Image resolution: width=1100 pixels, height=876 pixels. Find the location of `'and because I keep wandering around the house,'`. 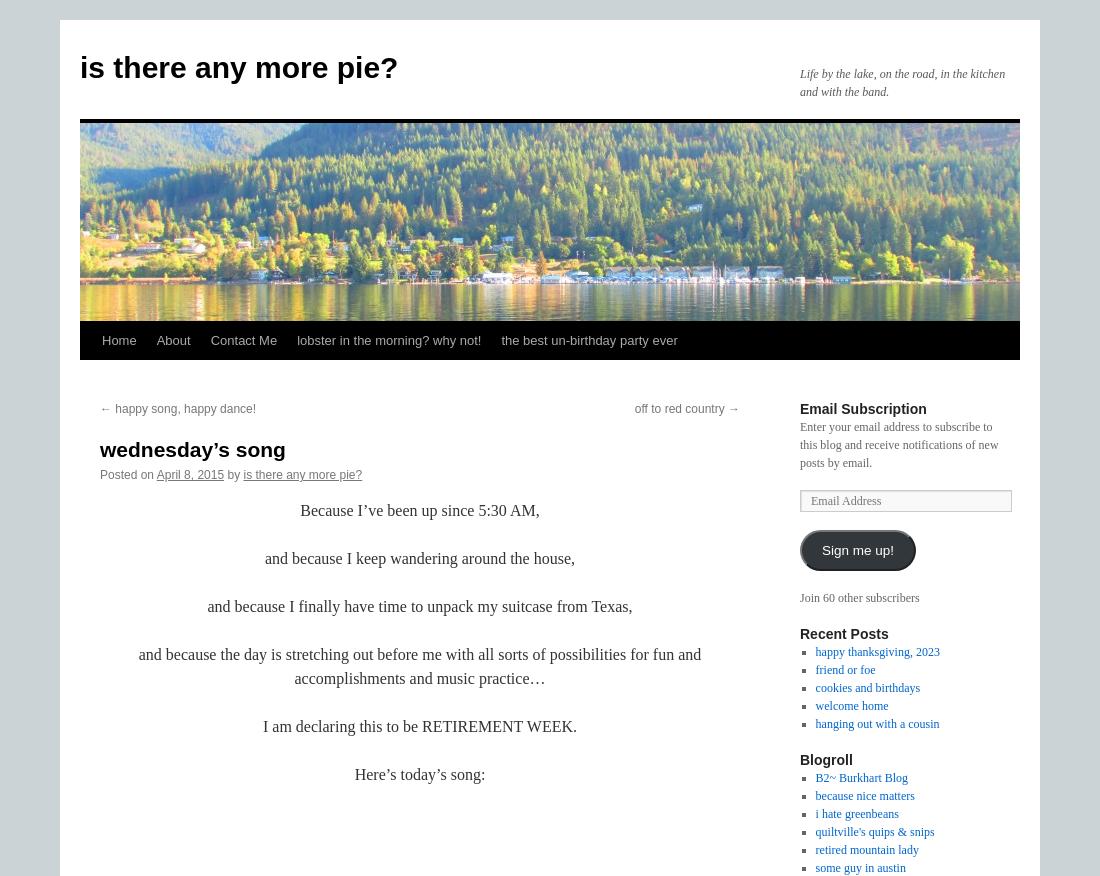

'and because I keep wandering around the house,' is located at coordinates (418, 557).